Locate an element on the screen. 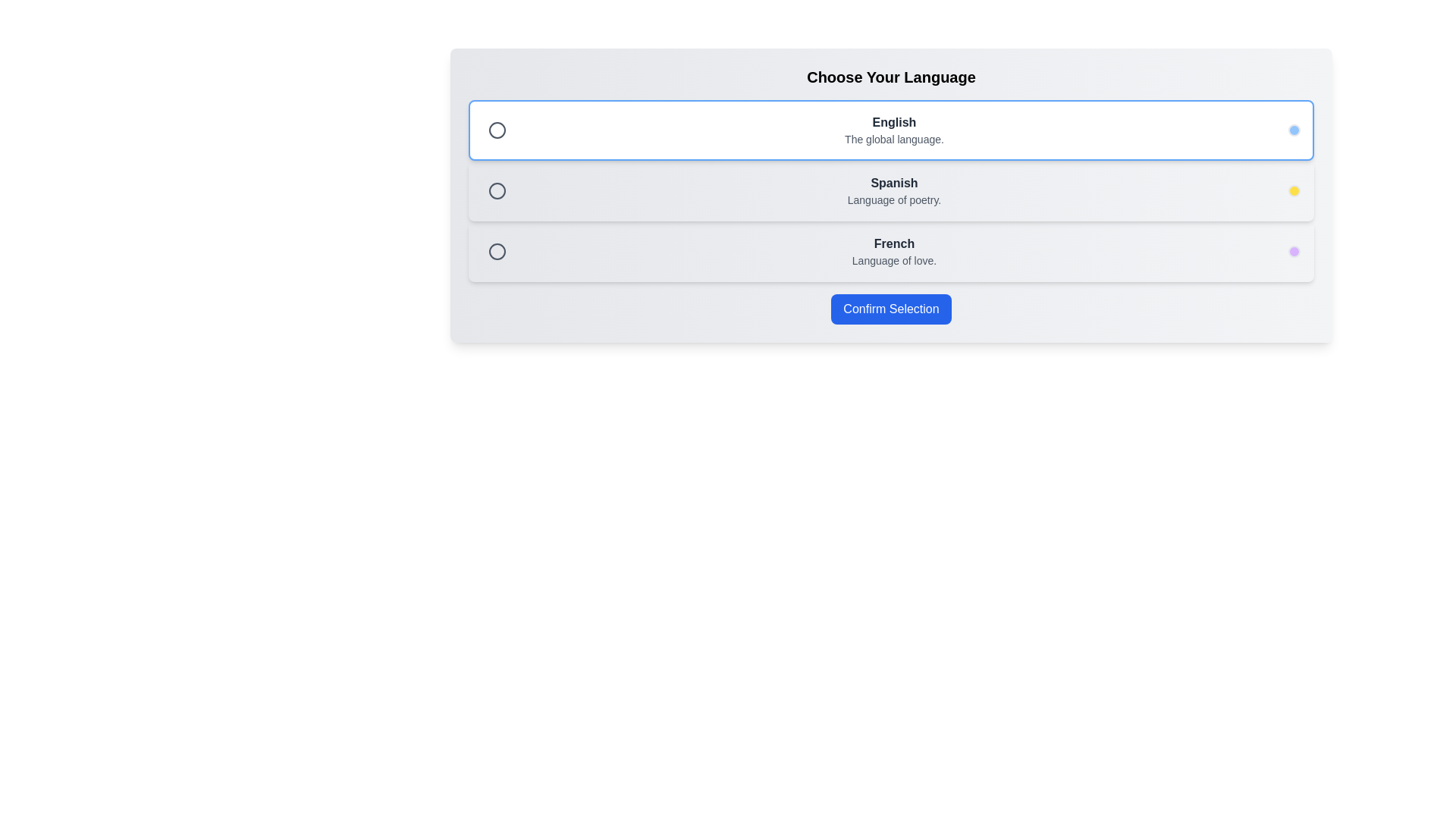  the text element that reads 'The global language.' located directly beneath the title 'English' in the language selection list is located at coordinates (894, 140).